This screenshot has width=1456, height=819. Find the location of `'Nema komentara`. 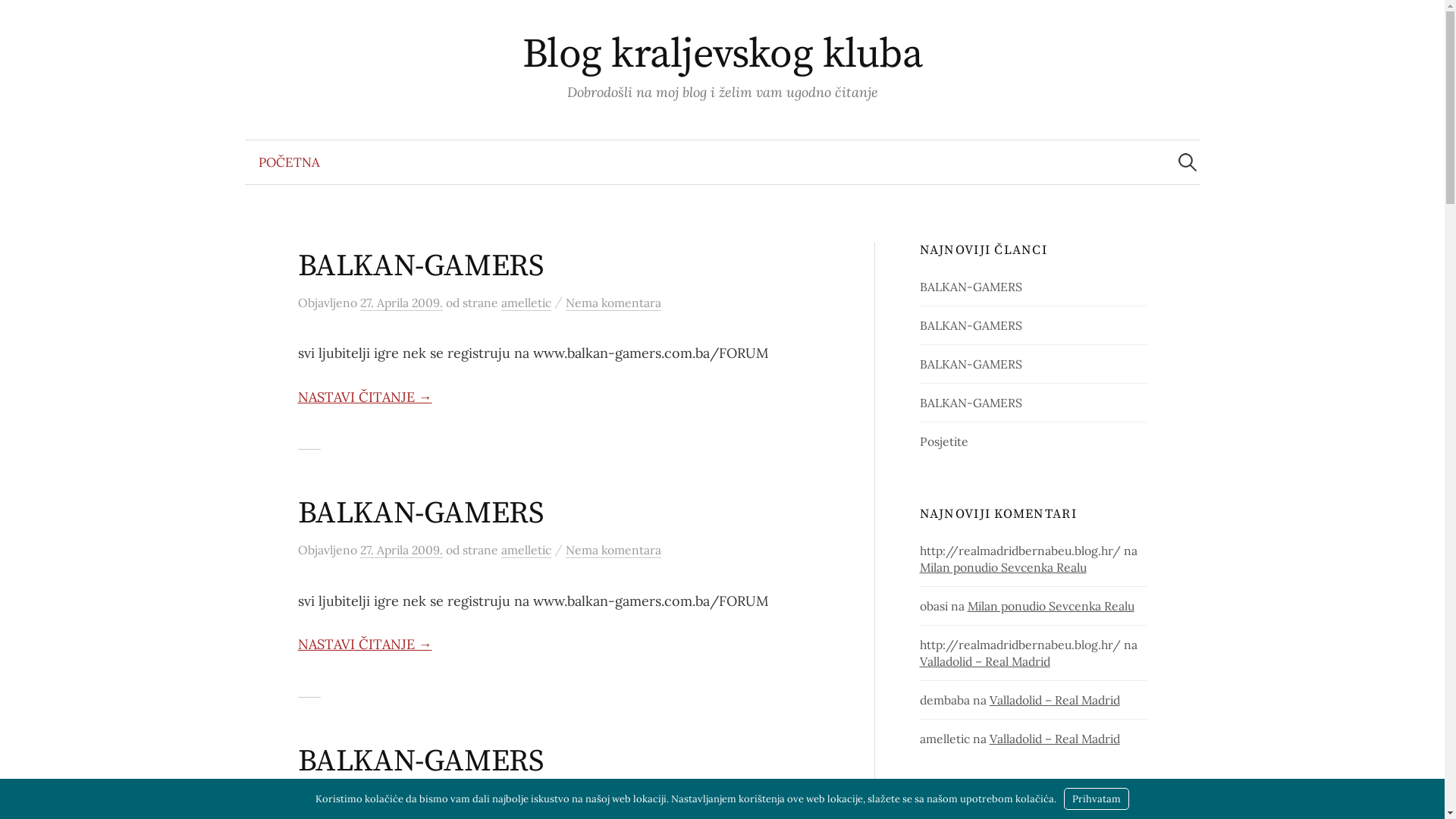

'Nema komentara is located at coordinates (613, 550).